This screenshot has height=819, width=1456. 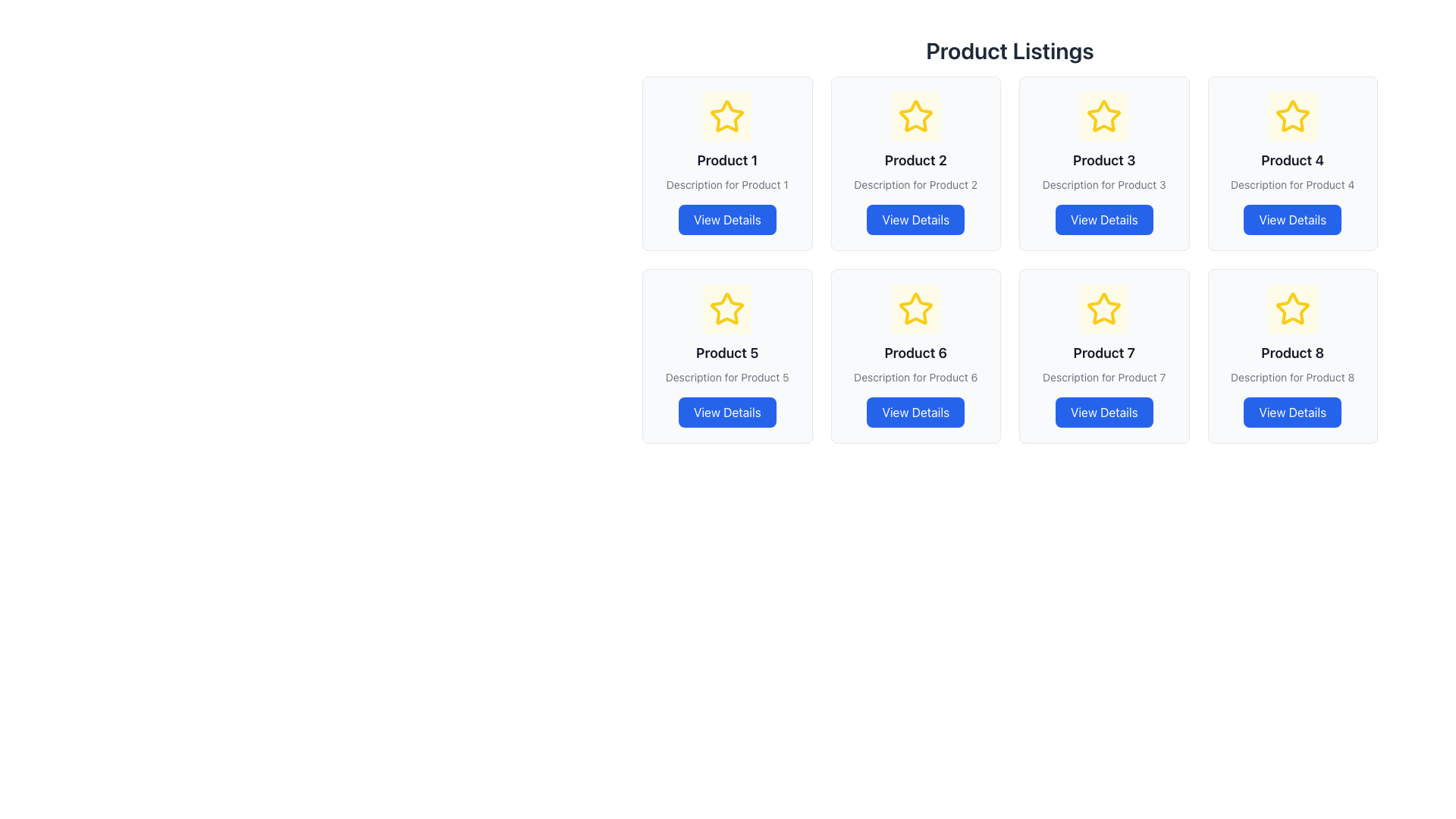 I want to click on the star icon in the 'Product 6' card to interact and trigger the product feature, so click(x=915, y=309).